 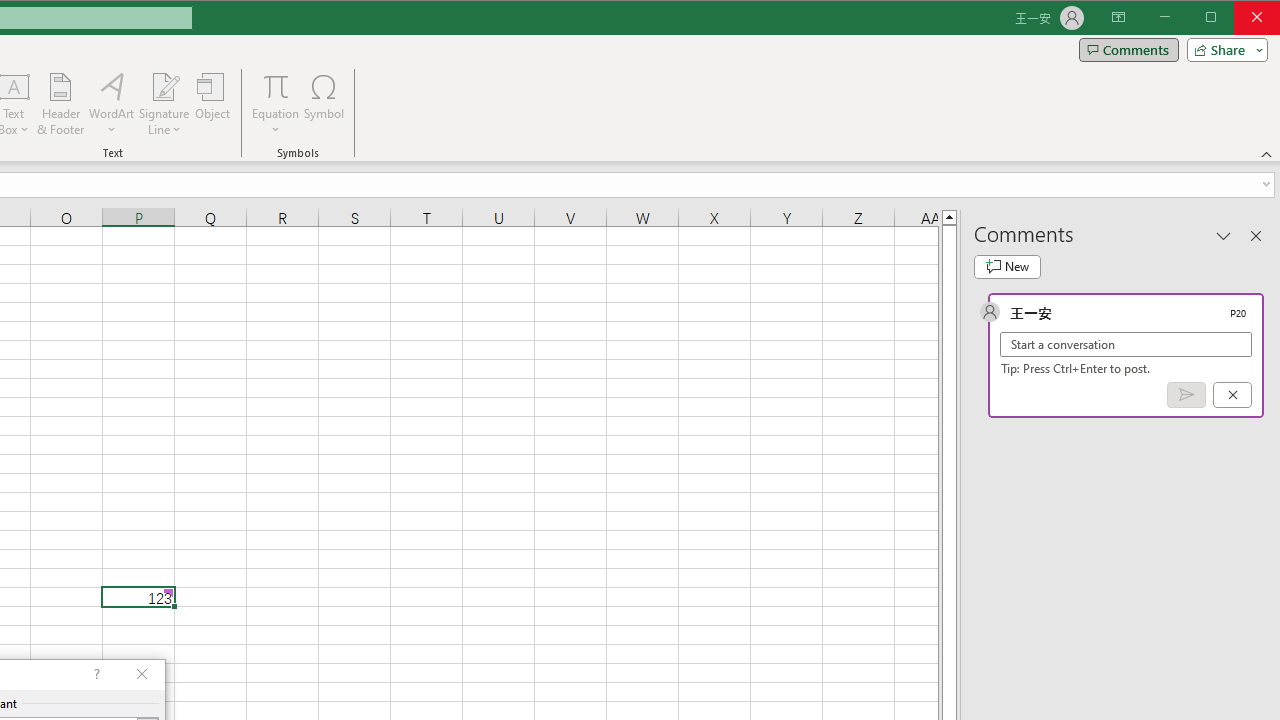 I want to click on 'Task Pane Options', so click(x=1223, y=234).